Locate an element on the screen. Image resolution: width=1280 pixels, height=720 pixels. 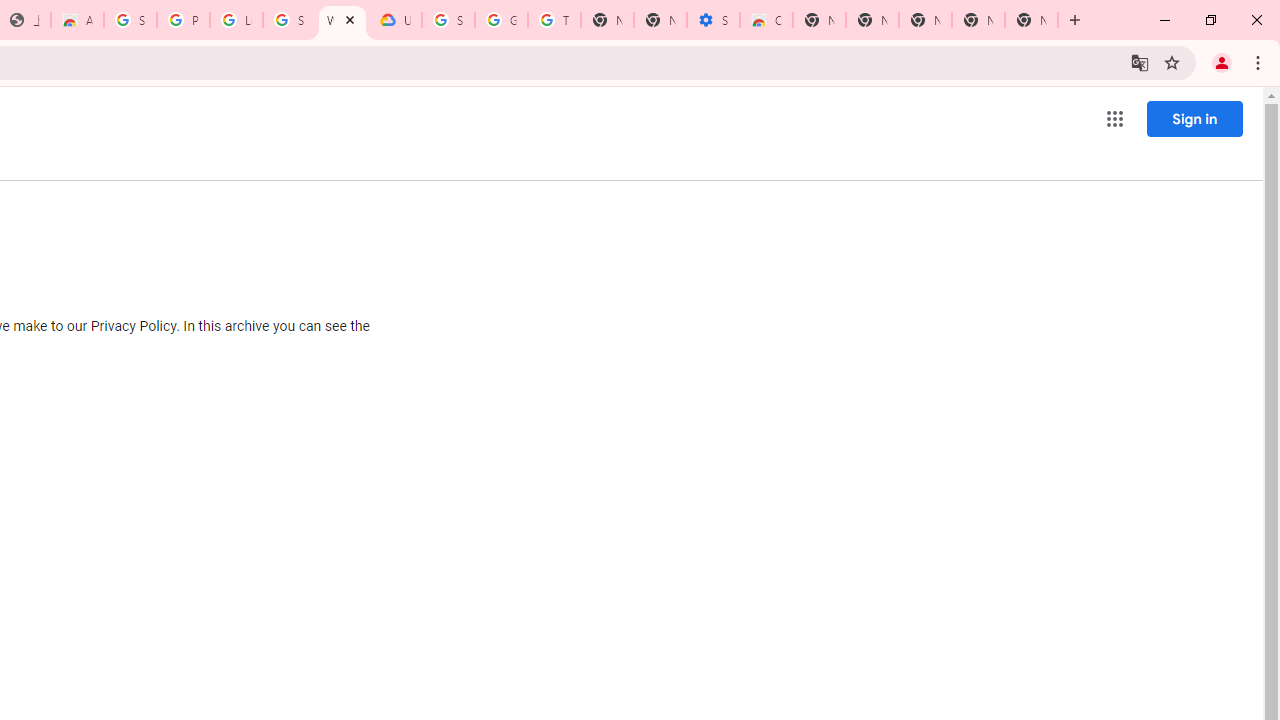
'Who are Google' is located at coordinates (342, 20).